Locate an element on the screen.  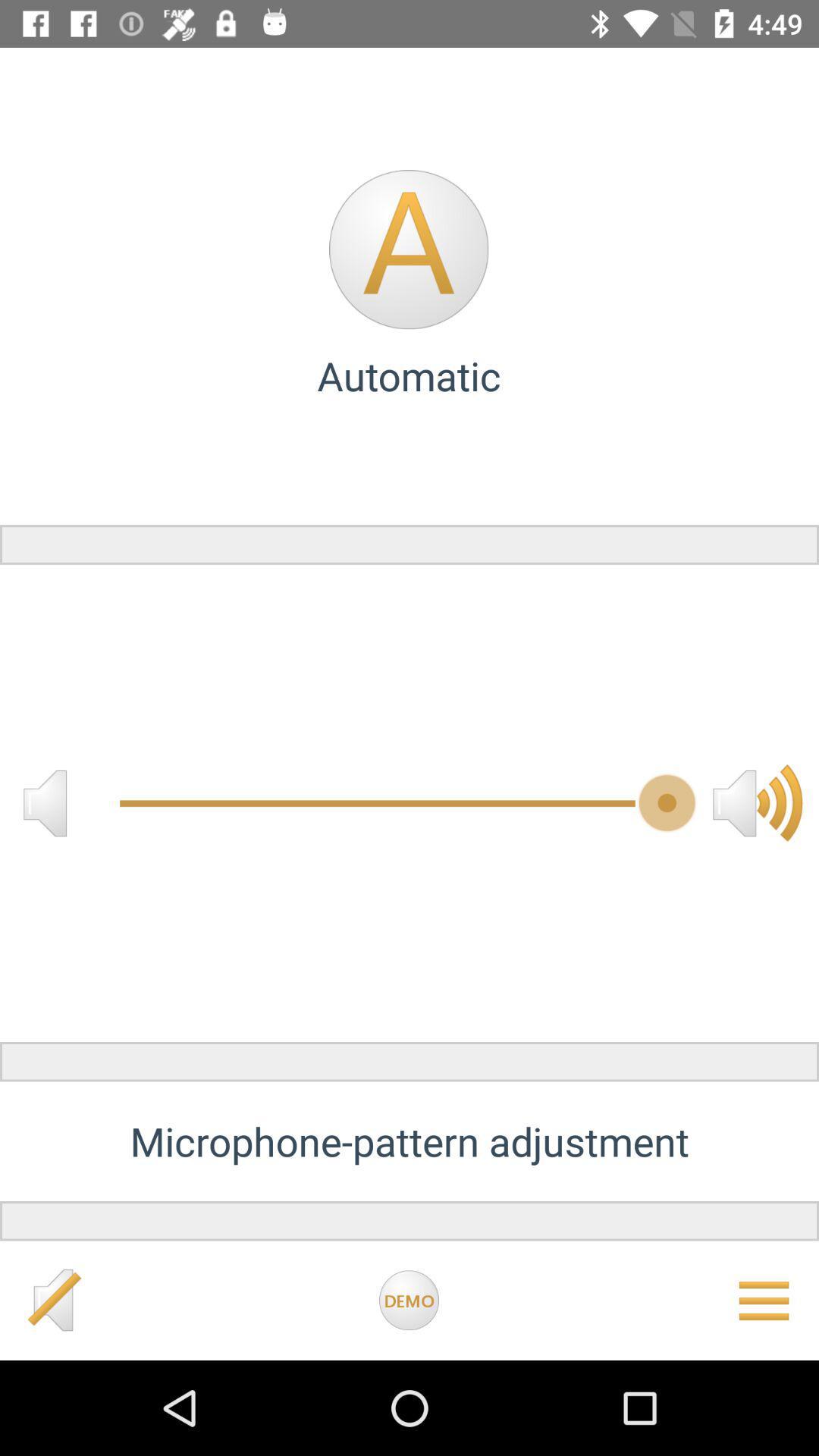
the volume icon is located at coordinates (758, 802).